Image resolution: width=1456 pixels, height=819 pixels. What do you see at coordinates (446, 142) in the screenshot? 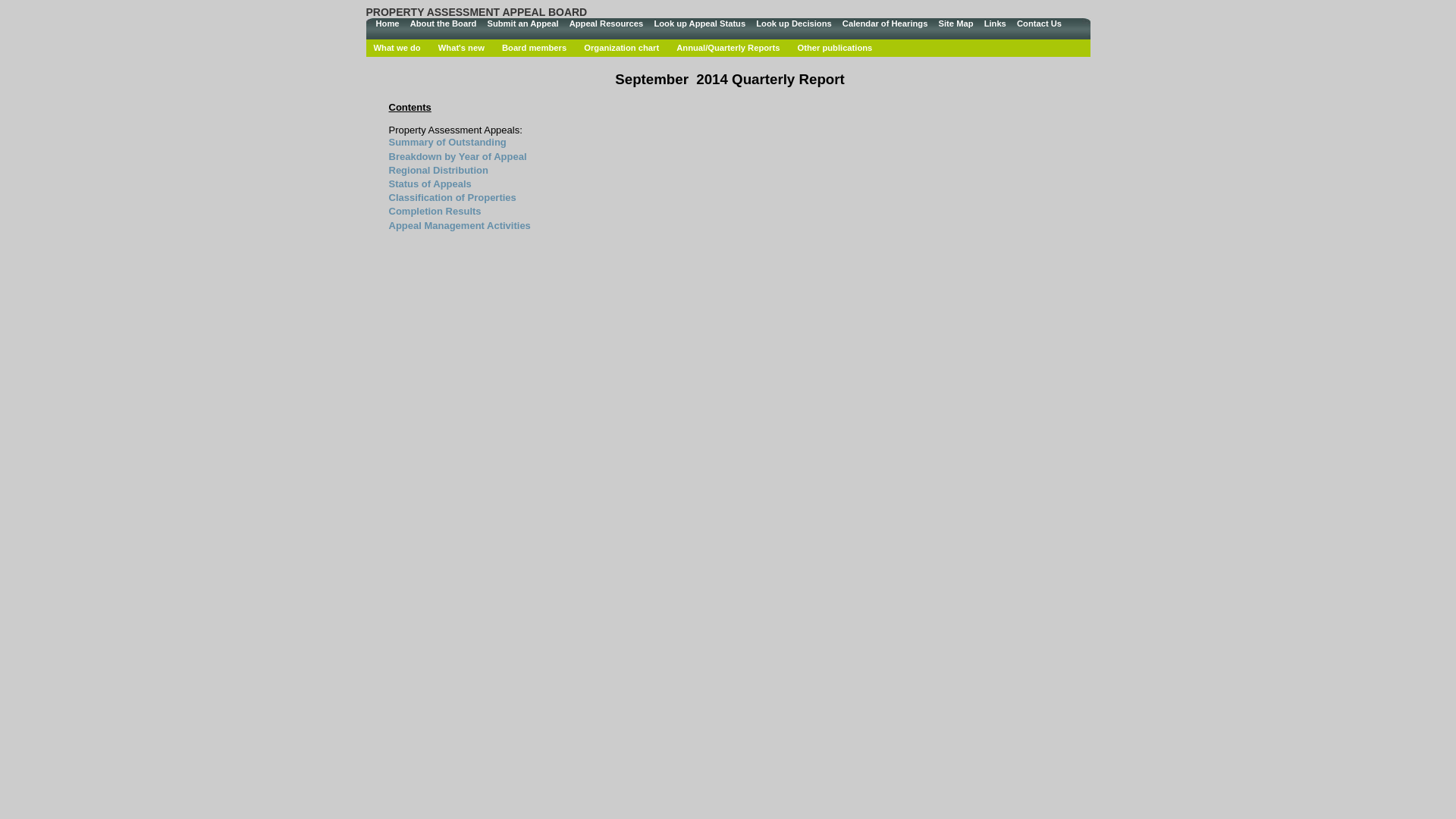
I see `'Summary of Outstanding'` at bounding box center [446, 142].